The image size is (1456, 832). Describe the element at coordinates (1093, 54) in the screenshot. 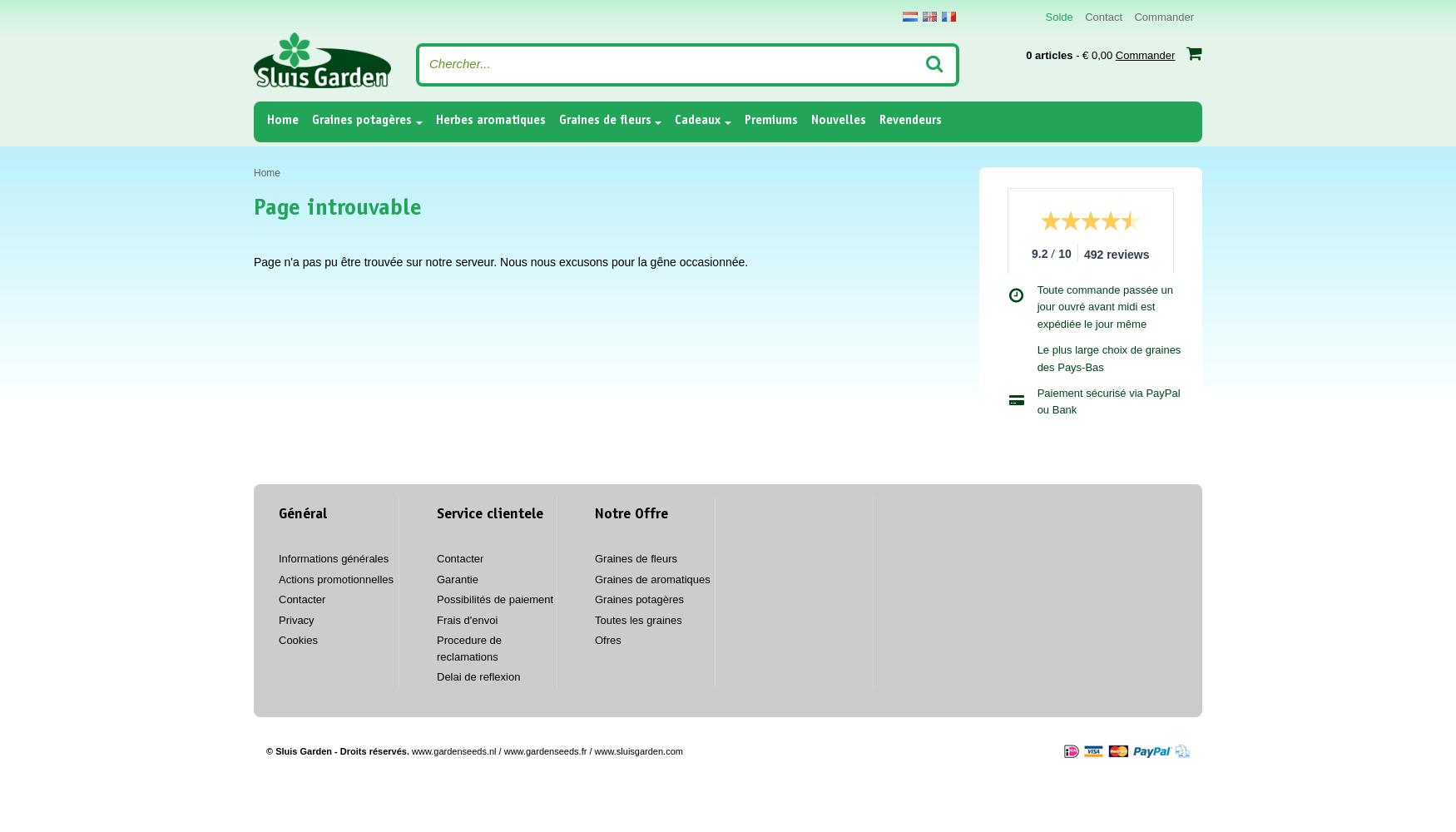

I see `'- € 0,00'` at that location.